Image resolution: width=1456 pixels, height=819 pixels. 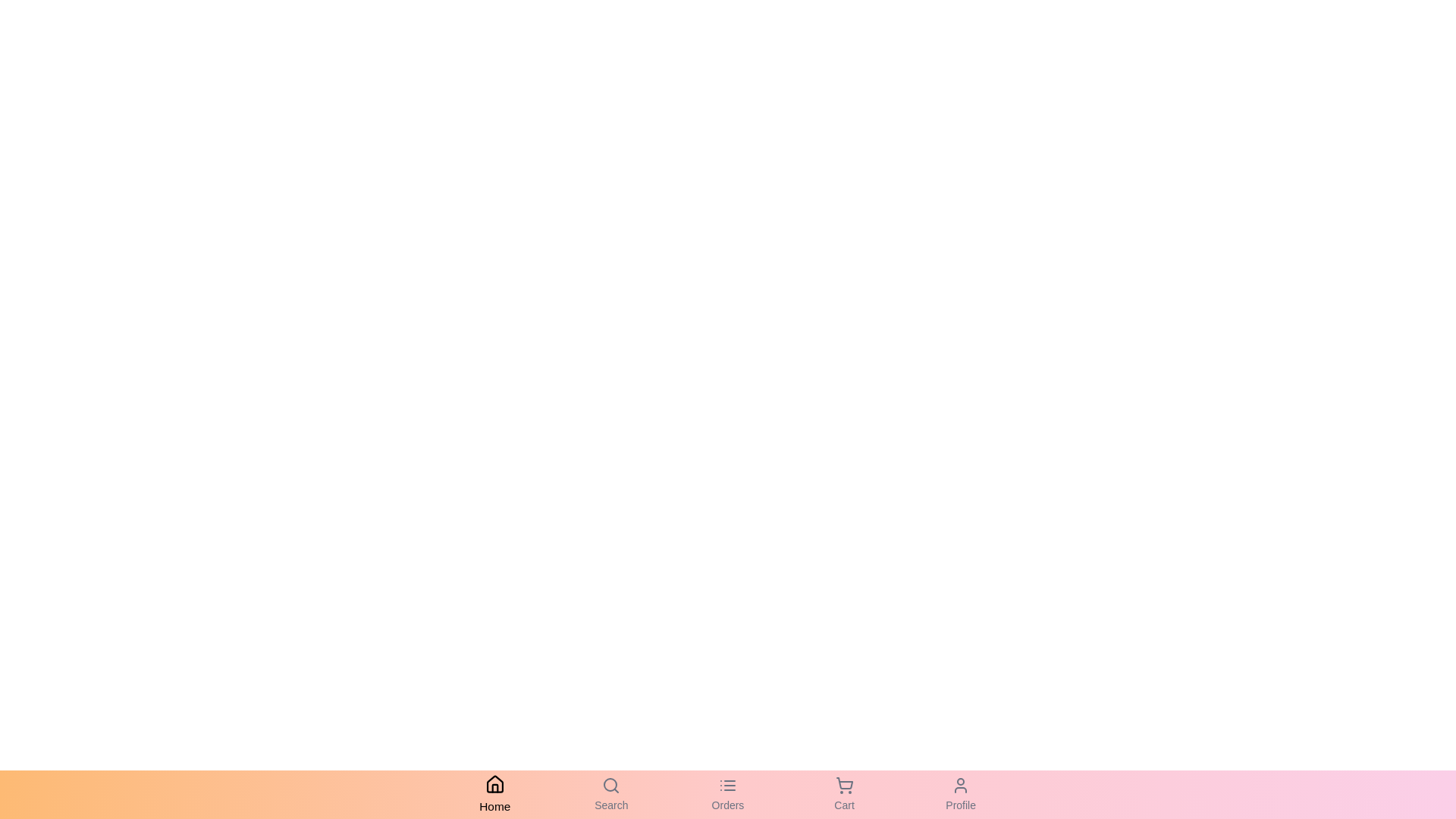 What do you see at coordinates (960, 794) in the screenshot?
I see `the Profile navigation tab` at bounding box center [960, 794].